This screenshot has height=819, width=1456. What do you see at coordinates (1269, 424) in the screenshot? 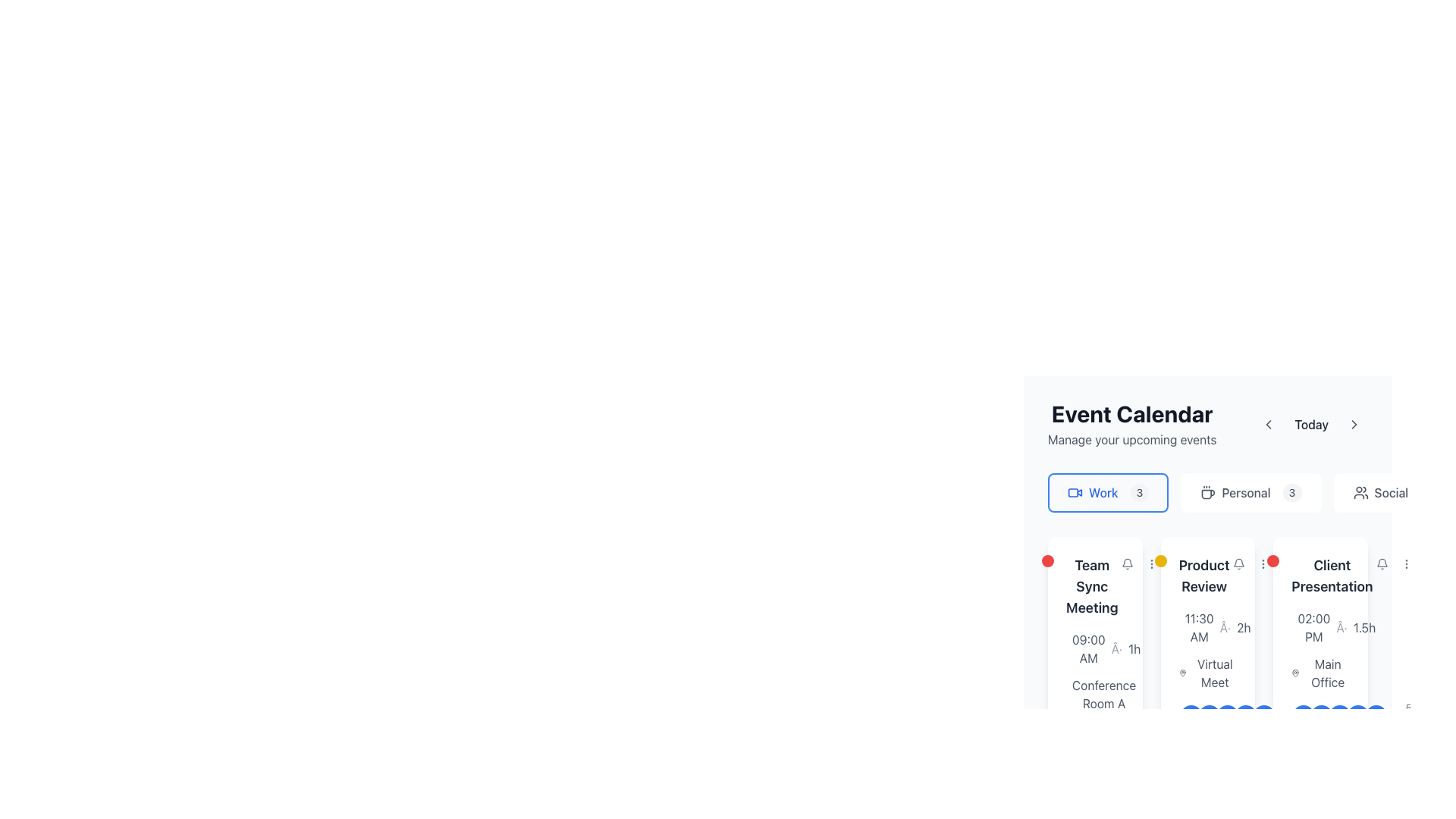
I see `the Chevron Left icon in the Event Calendar header` at bounding box center [1269, 424].